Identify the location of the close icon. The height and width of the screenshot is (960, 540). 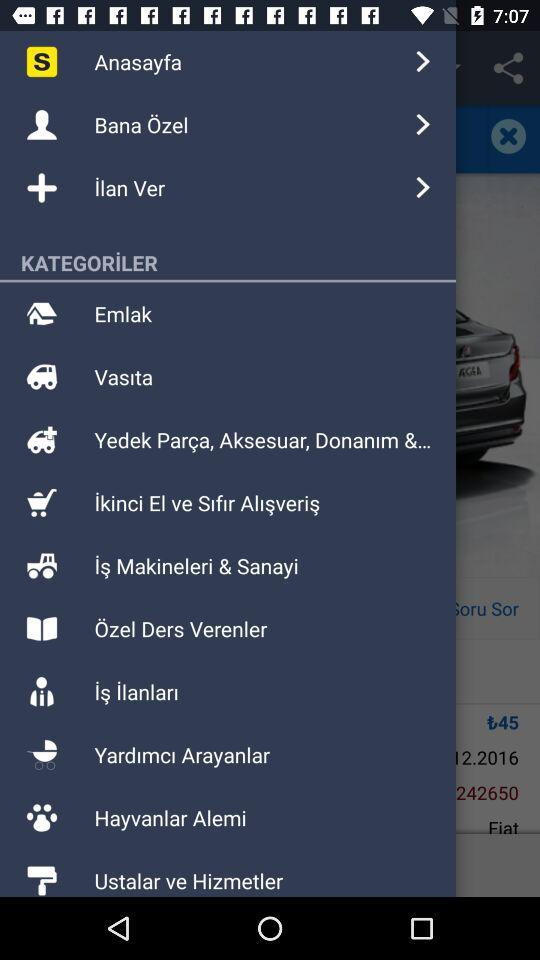
(508, 135).